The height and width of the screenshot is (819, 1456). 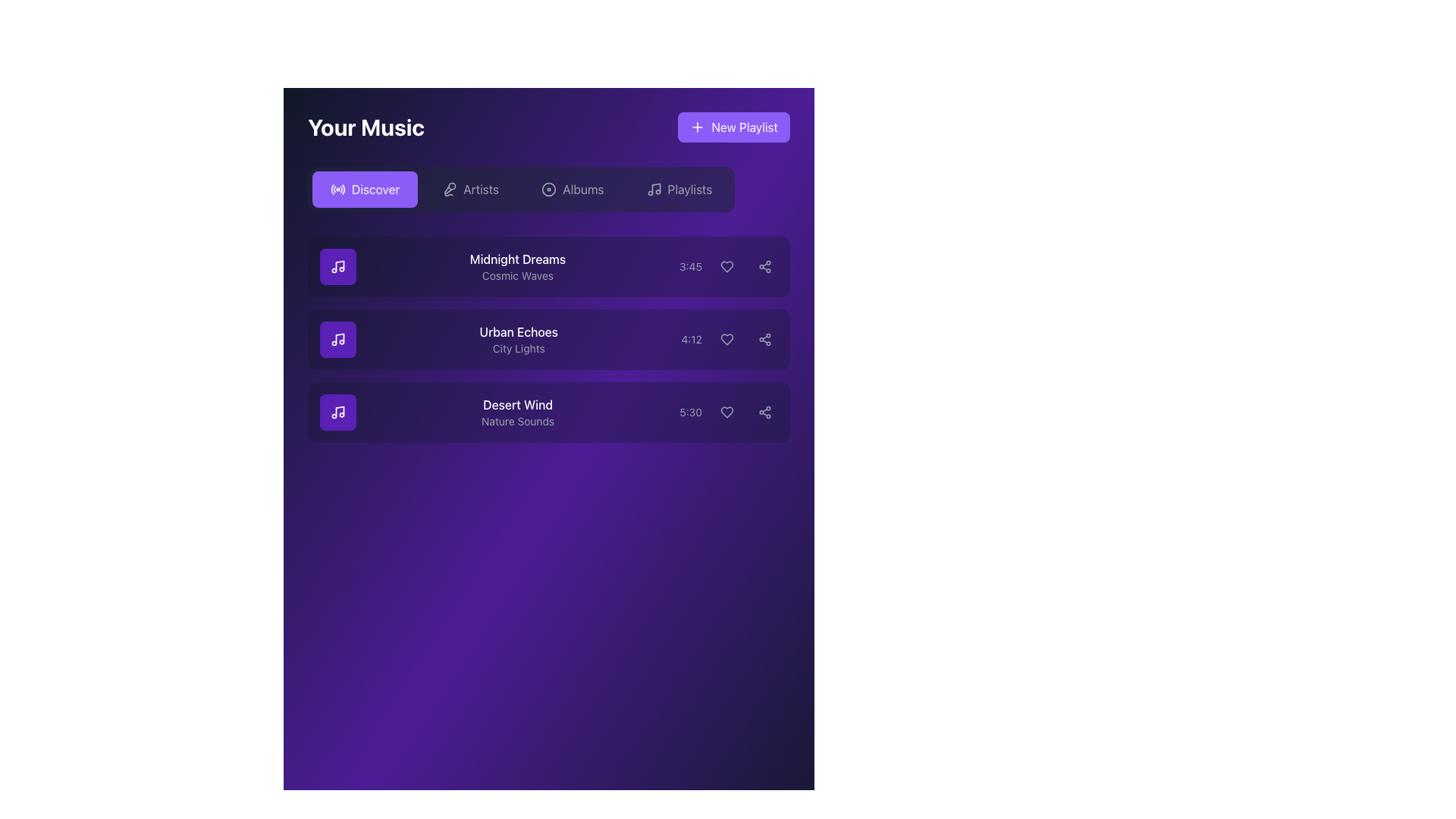 I want to click on the 'New Playlist' button located in the top-right corner of the interface, which has a violet background and a plus sign icon, to create a new playlist, so click(x=734, y=127).